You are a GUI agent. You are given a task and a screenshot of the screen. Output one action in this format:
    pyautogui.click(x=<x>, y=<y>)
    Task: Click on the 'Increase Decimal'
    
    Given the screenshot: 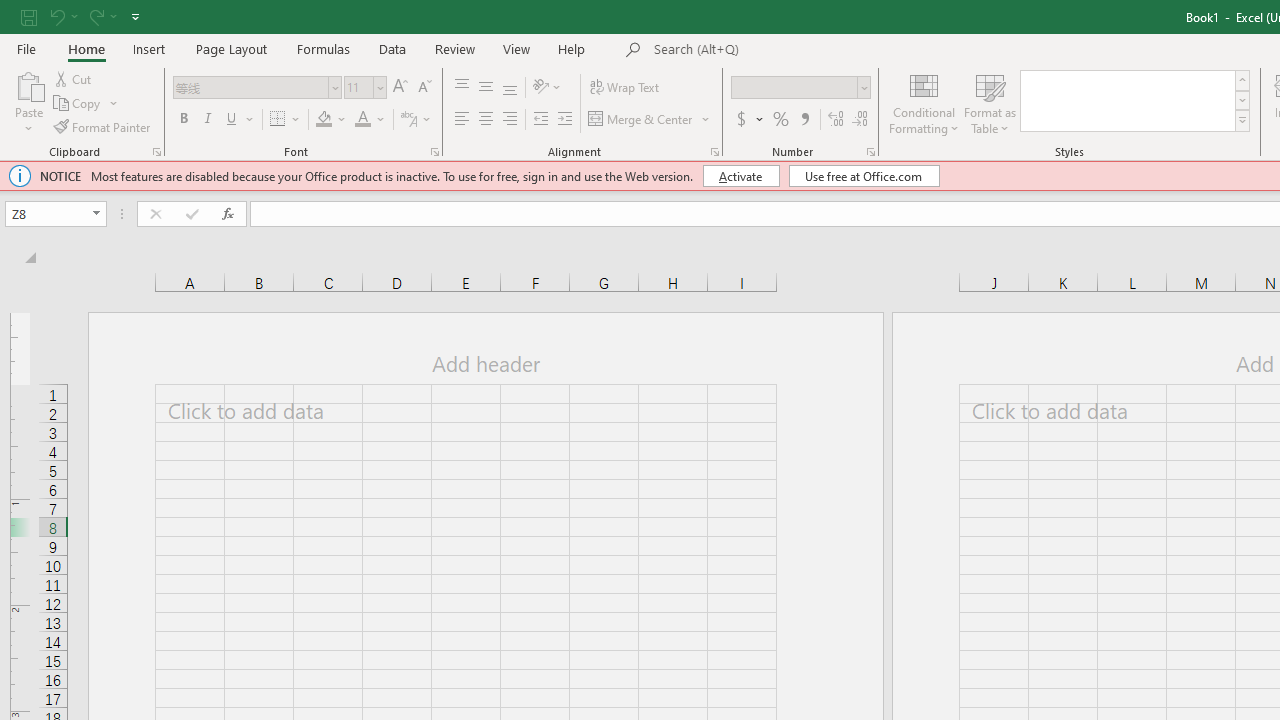 What is the action you would take?
    pyautogui.click(x=836, y=119)
    